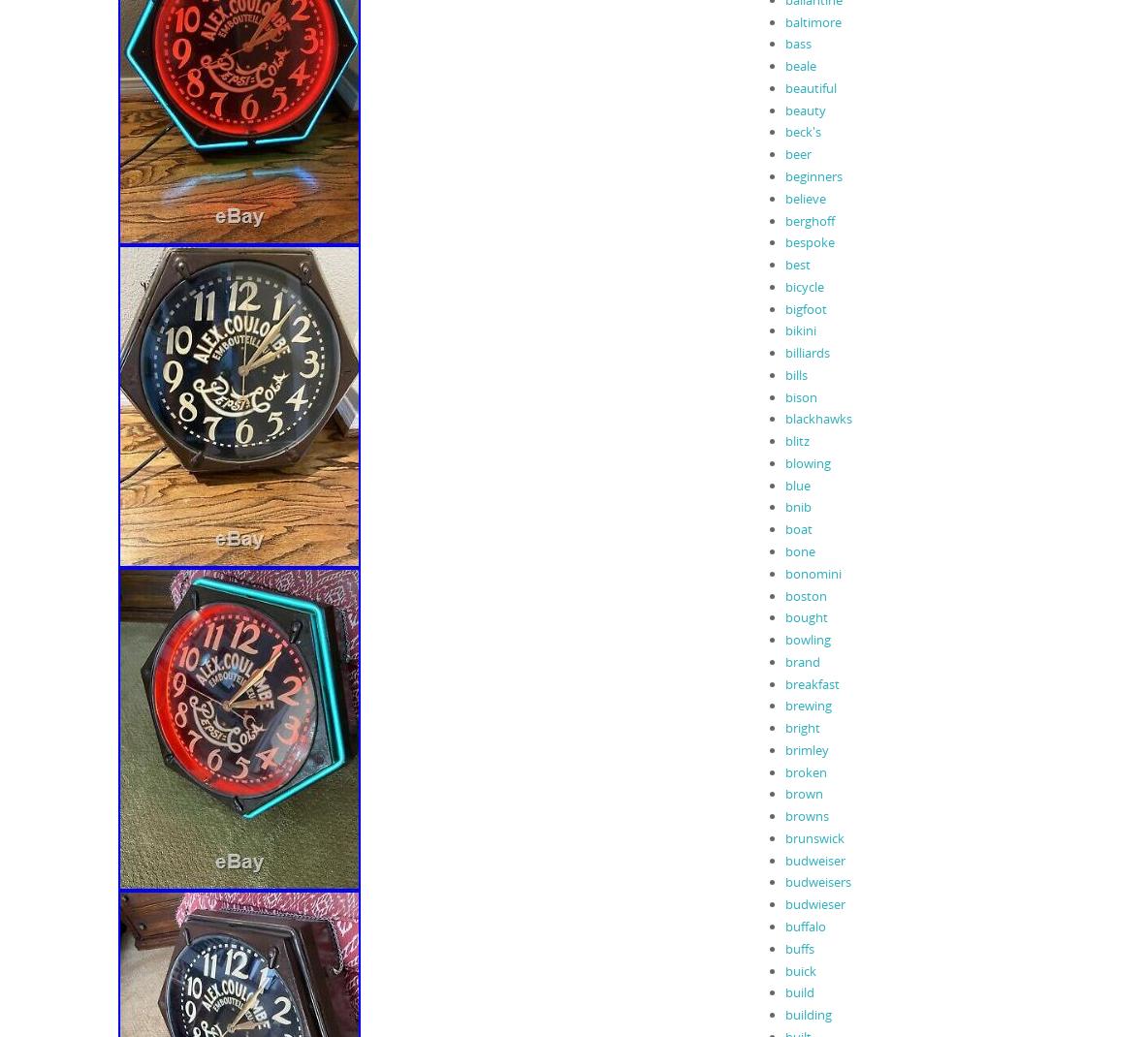 The width and height of the screenshot is (1148, 1037). I want to click on 'blowing', so click(807, 462).